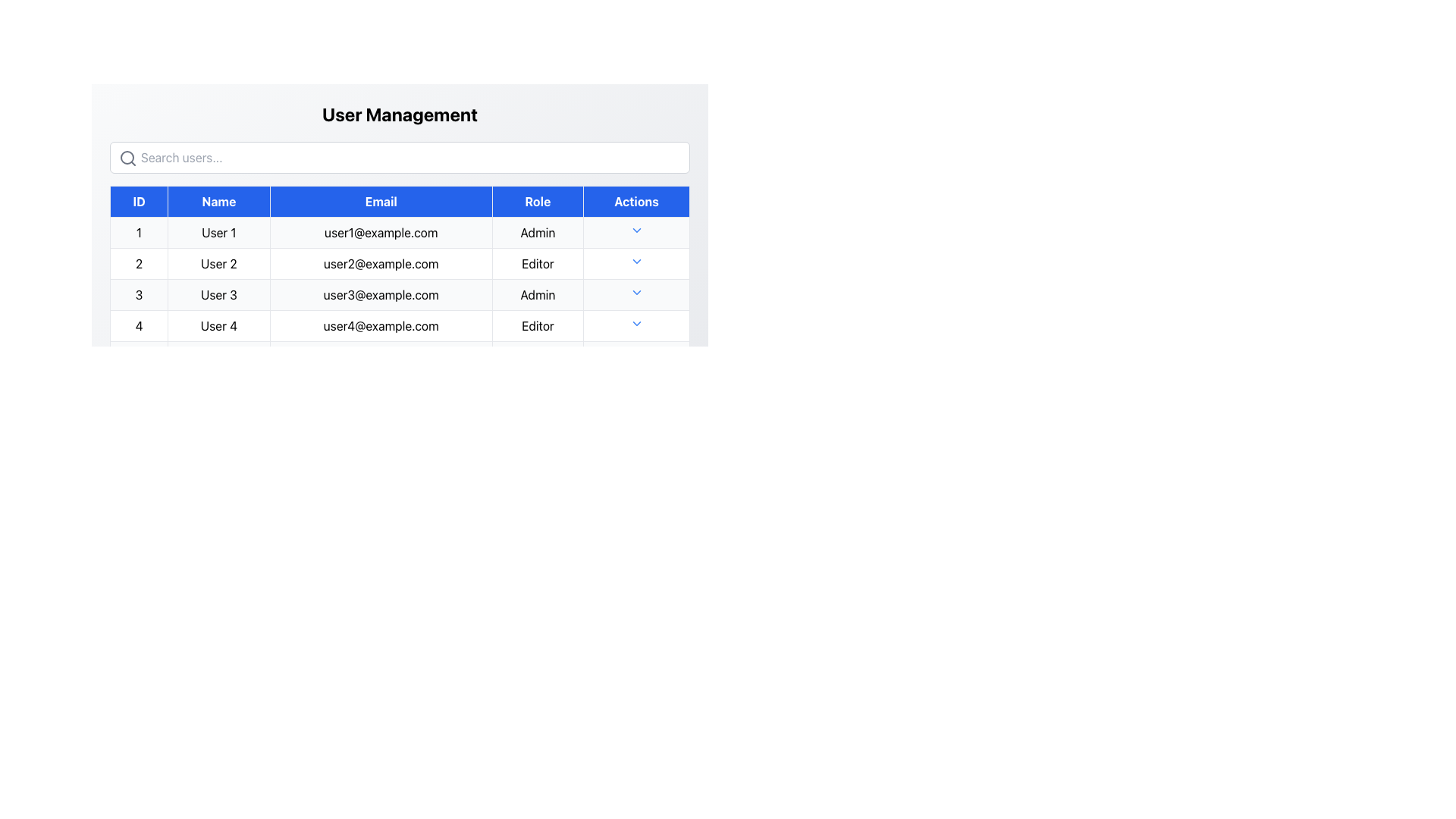  Describe the element at coordinates (381, 262) in the screenshot. I see `to select or highlight the email displayed as 'user2@example.com' in the third column of the table dedicated to 'User 2'` at that location.